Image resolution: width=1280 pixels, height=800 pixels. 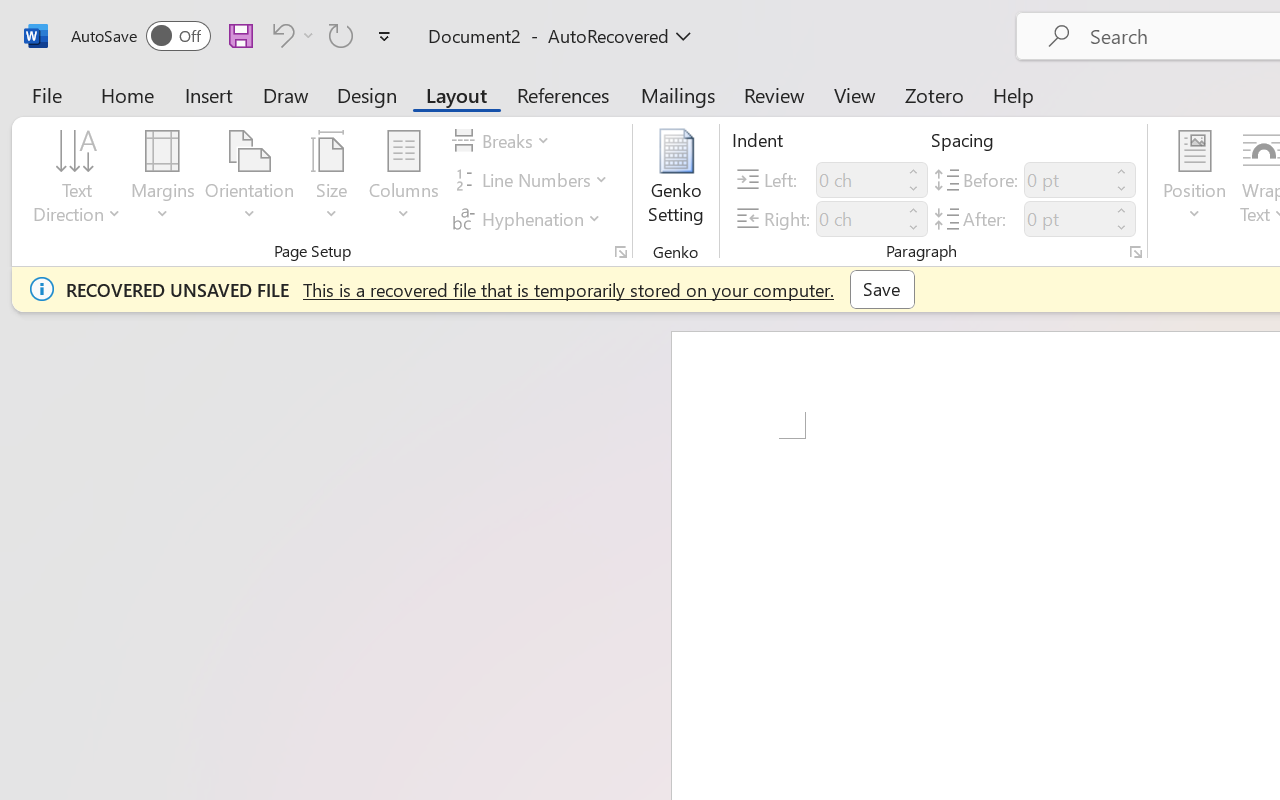 I want to click on 'Columns', so click(x=403, y=179).